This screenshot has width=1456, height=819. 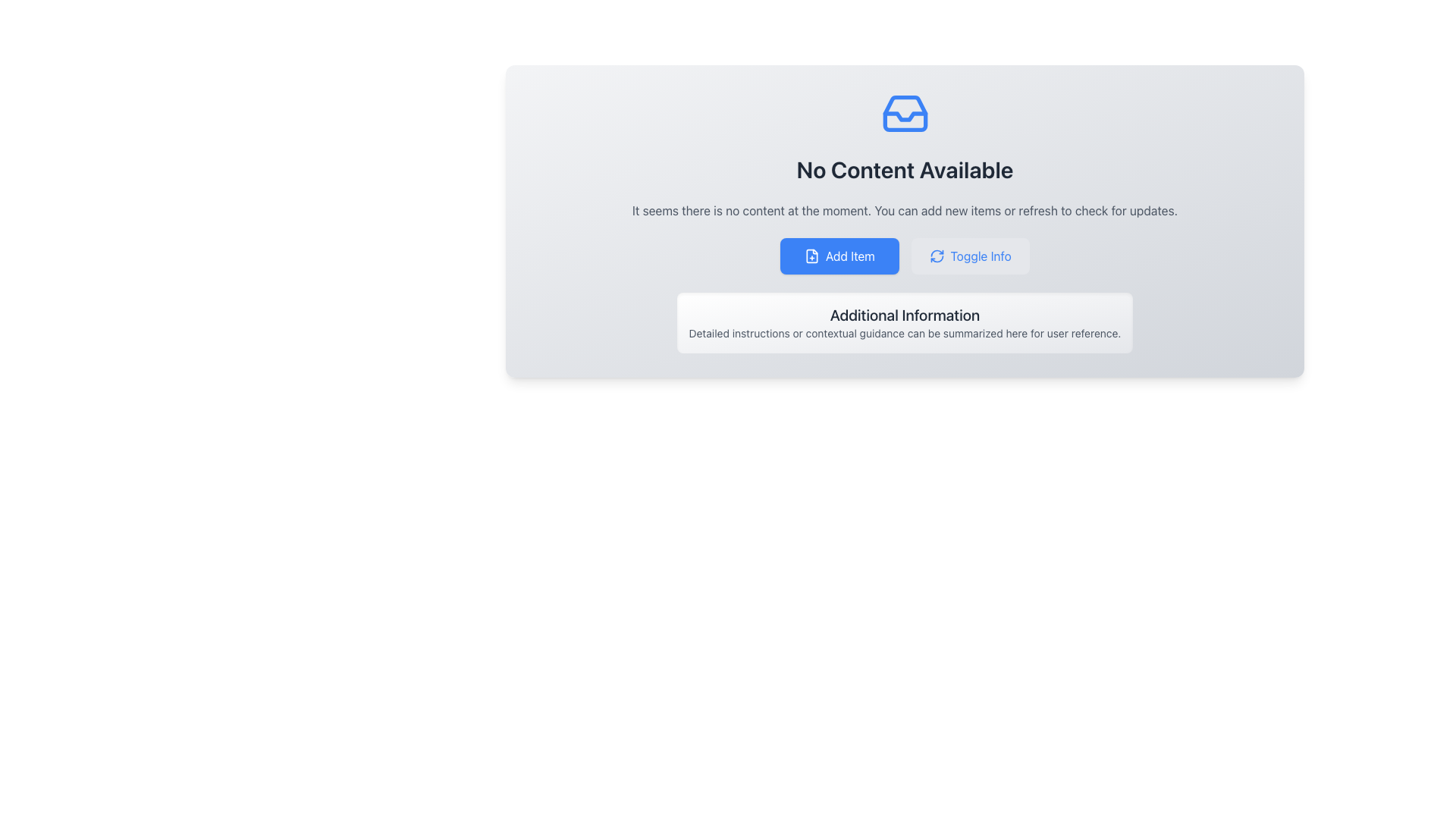 I want to click on the 'Add Item' button that contains a graphical icon resembling a file or document shape with a folded corner, so click(x=811, y=256).